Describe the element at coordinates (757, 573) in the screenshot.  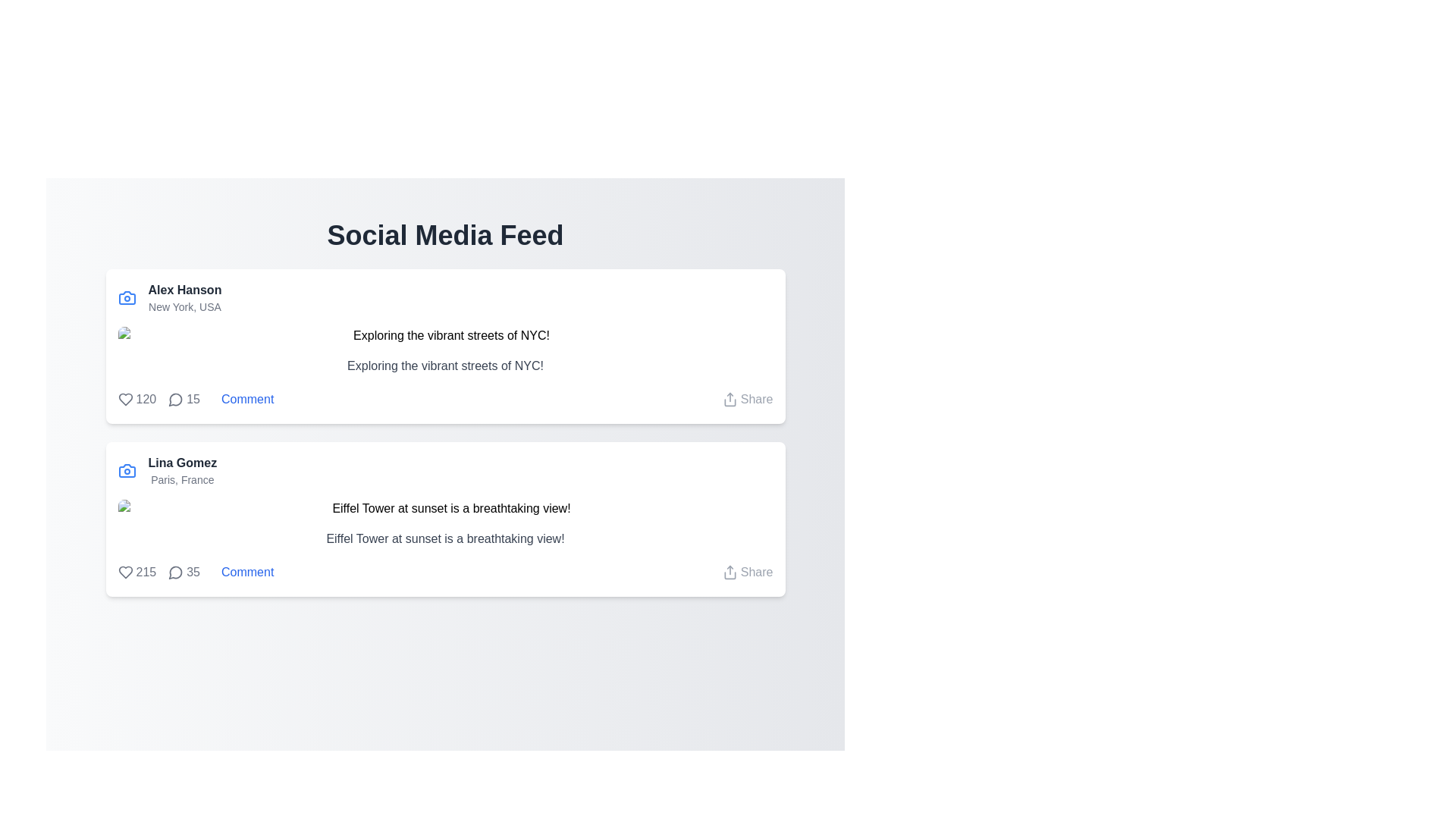
I see `the 'Share' text label, which is styled in light gray sans-serif font and positioned to the right of a small share icon in the lower right corner of a social media post card` at that location.